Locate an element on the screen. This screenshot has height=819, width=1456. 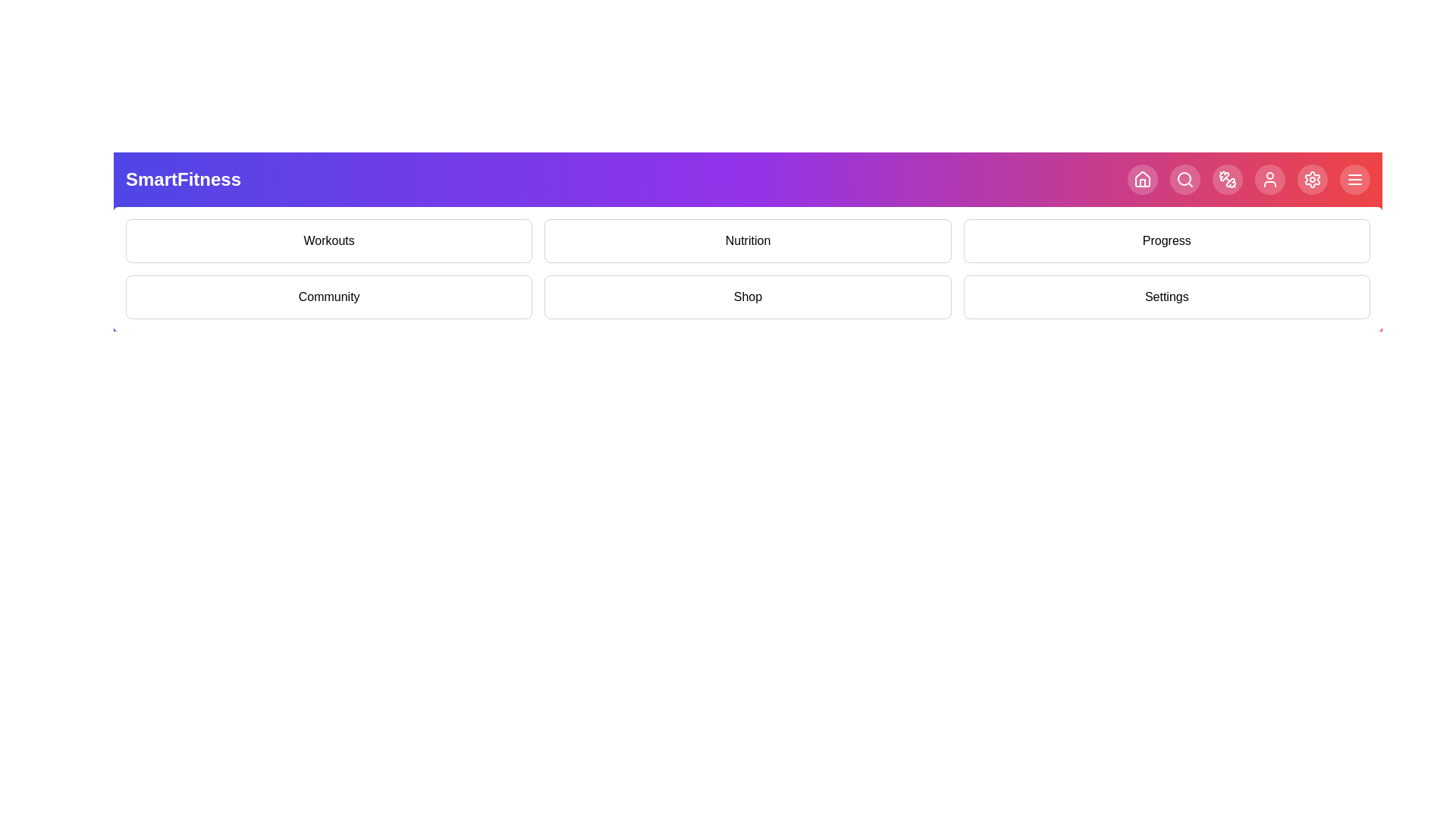
the navigation icon corresponding to Search is located at coordinates (1185, 178).